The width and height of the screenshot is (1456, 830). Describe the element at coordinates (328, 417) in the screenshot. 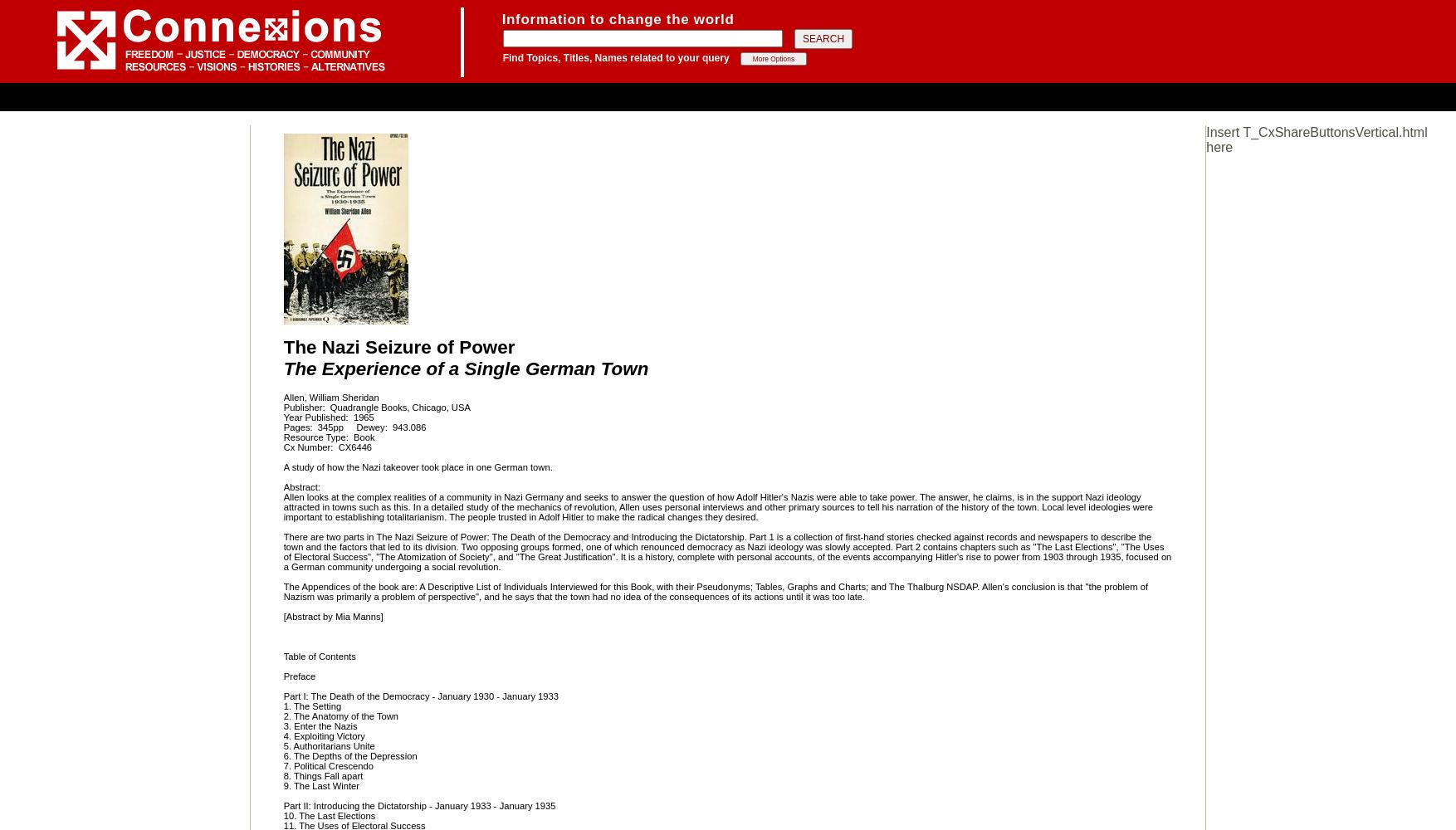

I see `'Year Published:  1965'` at that location.